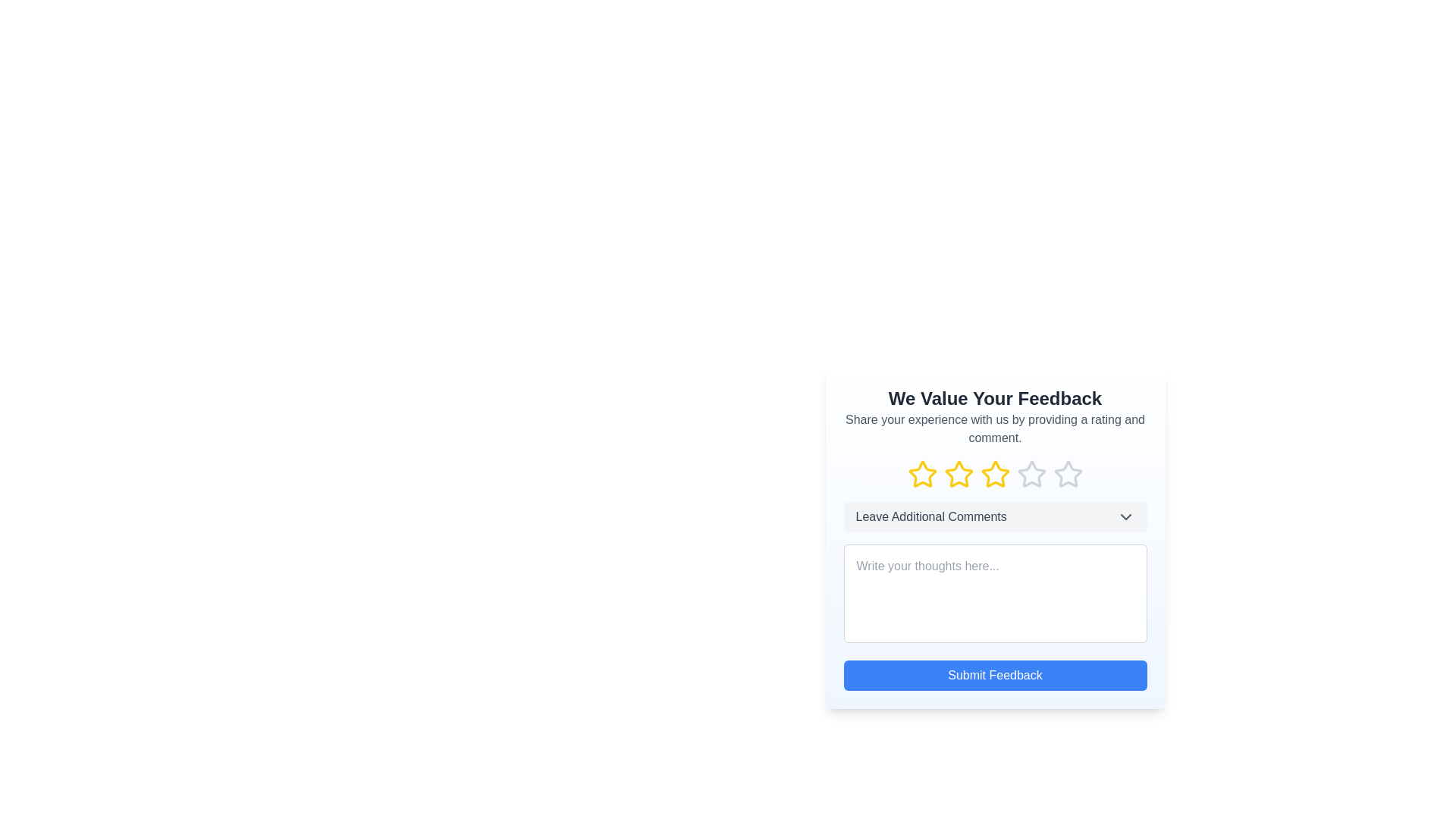  Describe the element at coordinates (1031, 473) in the screenshot. I see `the fourth star in the five-star rating system` at that location.